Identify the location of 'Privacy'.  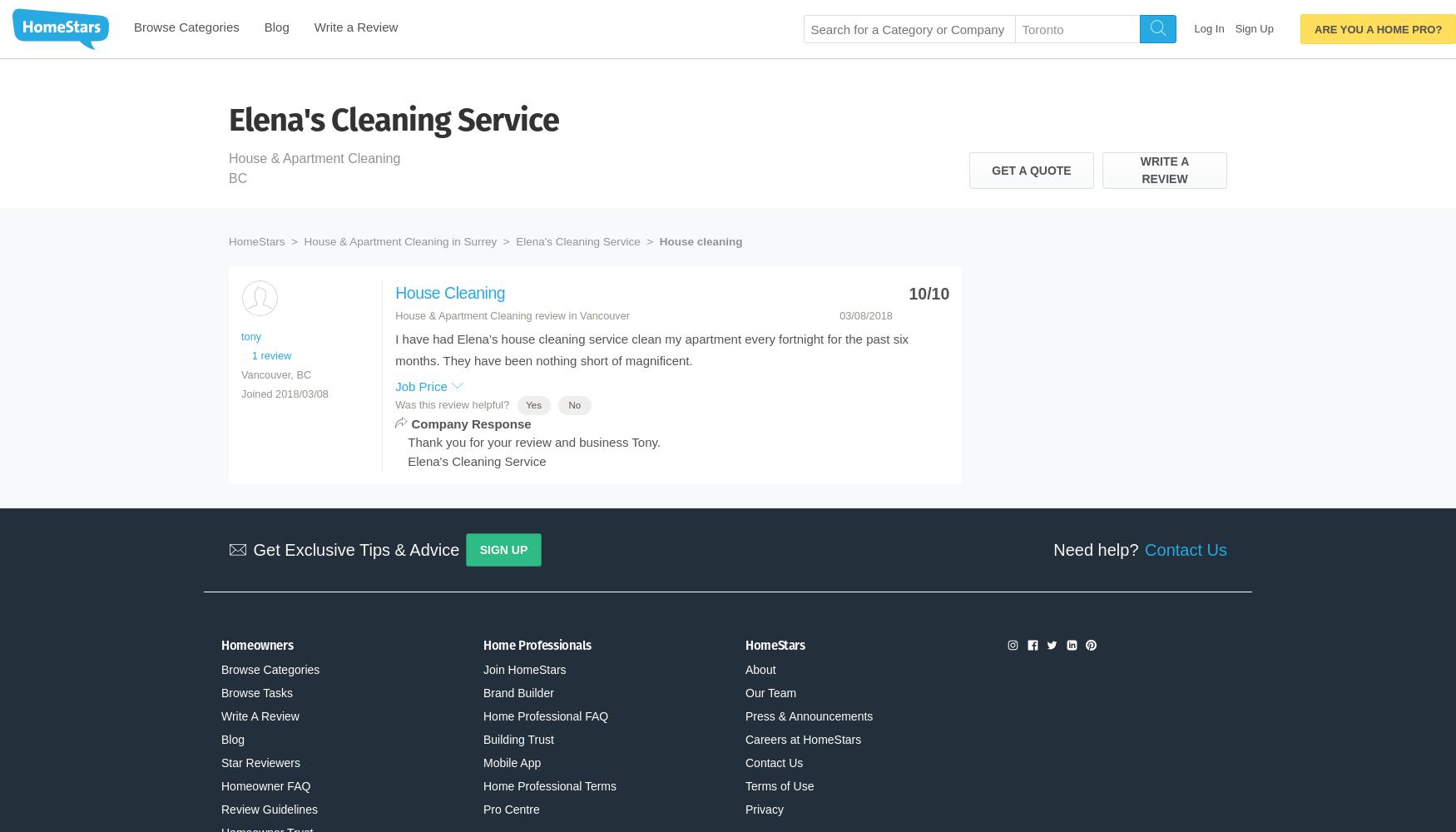
(745, 809).